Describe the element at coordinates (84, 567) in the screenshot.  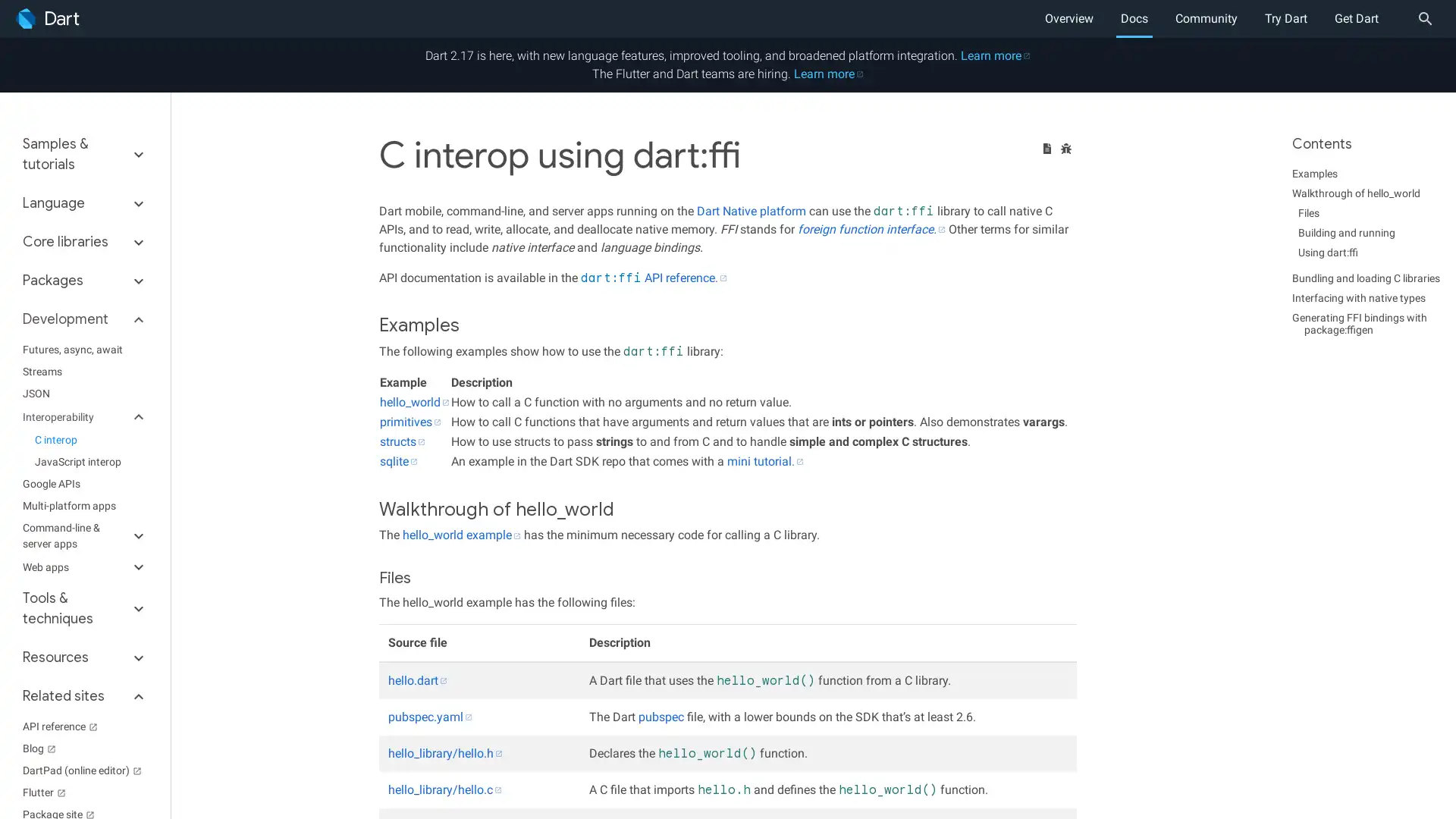
I see `Web apps keyboard_arrow_down` at that location.